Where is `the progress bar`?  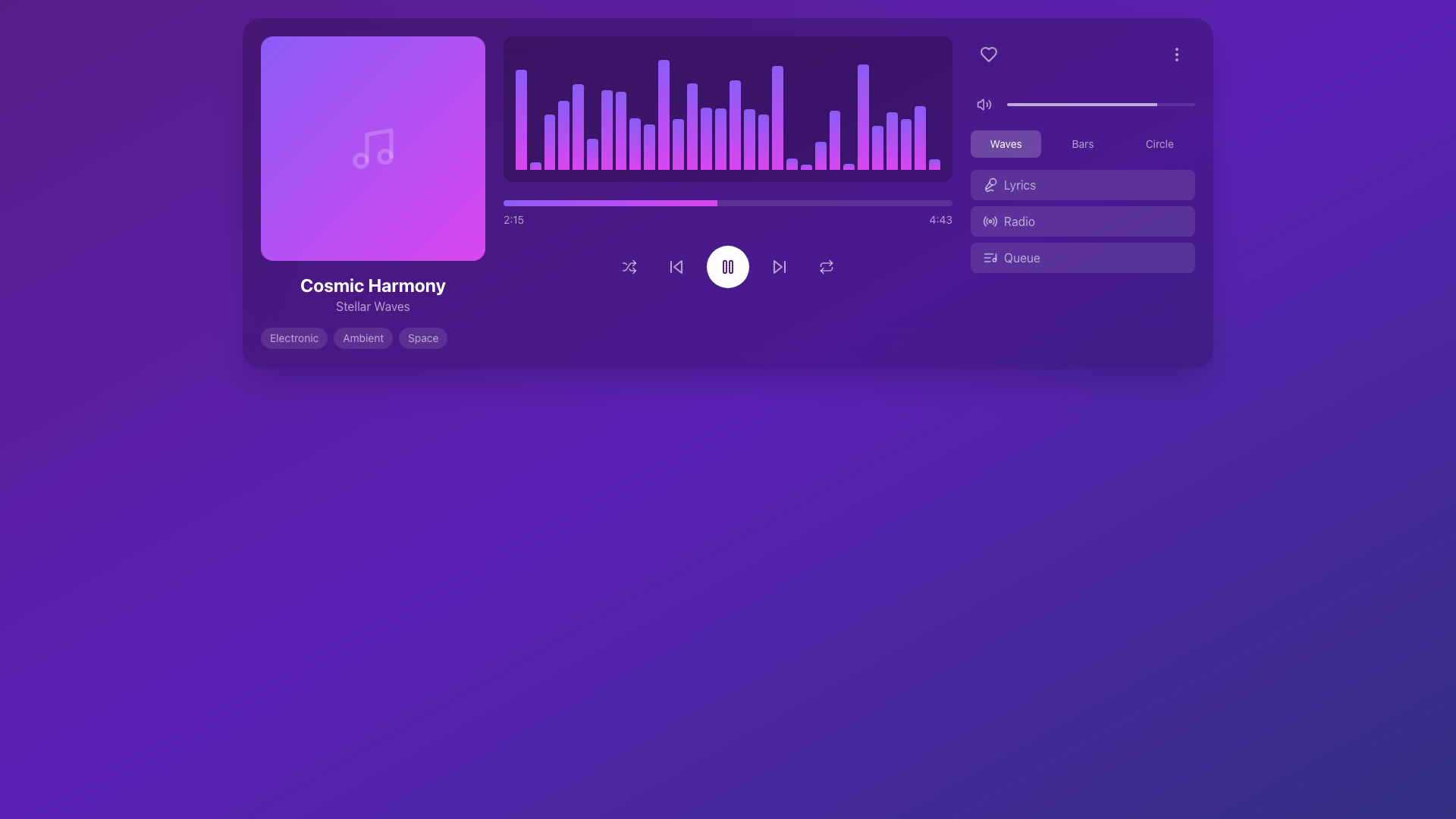
the progress bar is located at coordinates (741, 202).